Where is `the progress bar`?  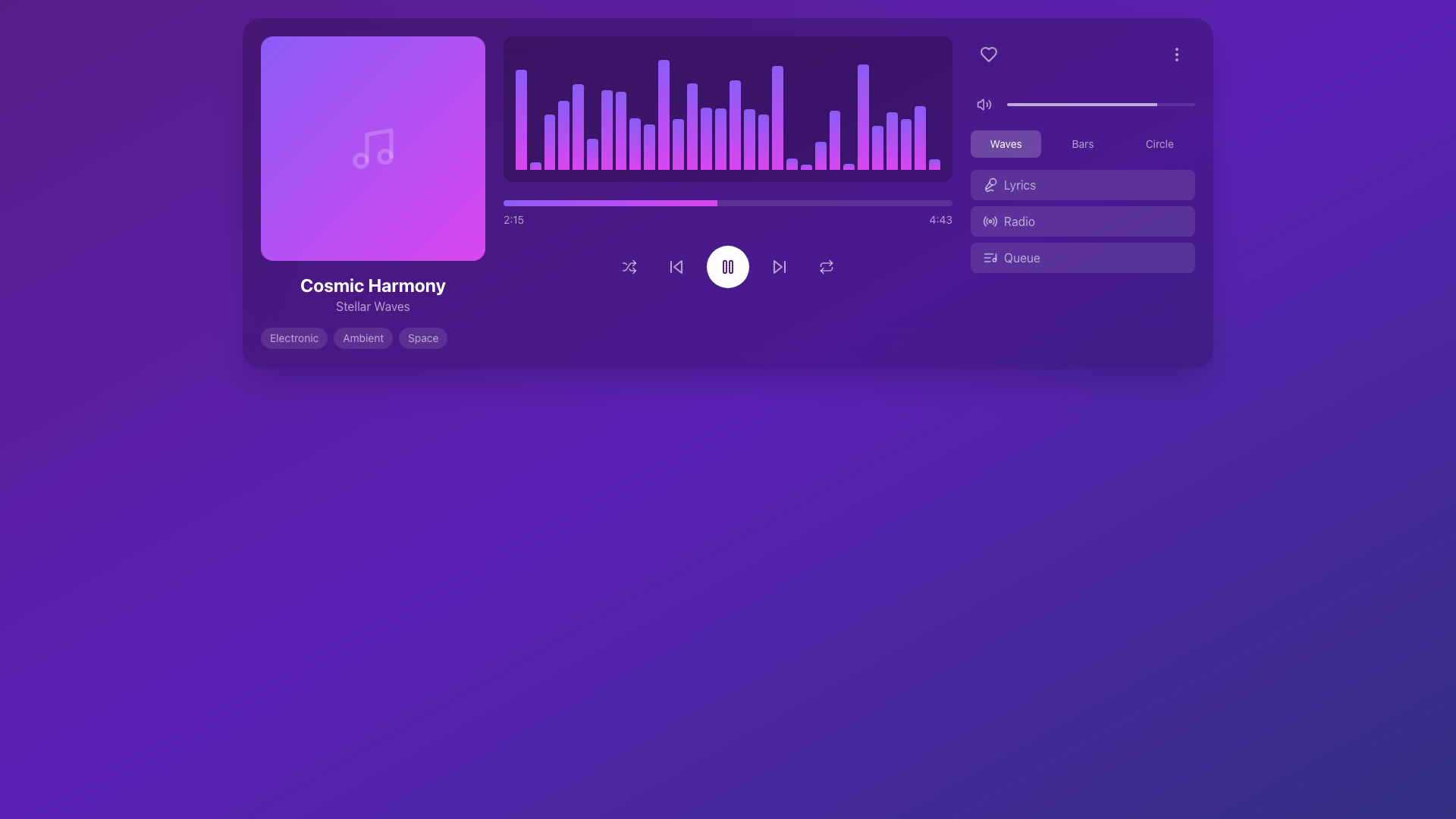
the progress bar is located at coordinates (741, 202).